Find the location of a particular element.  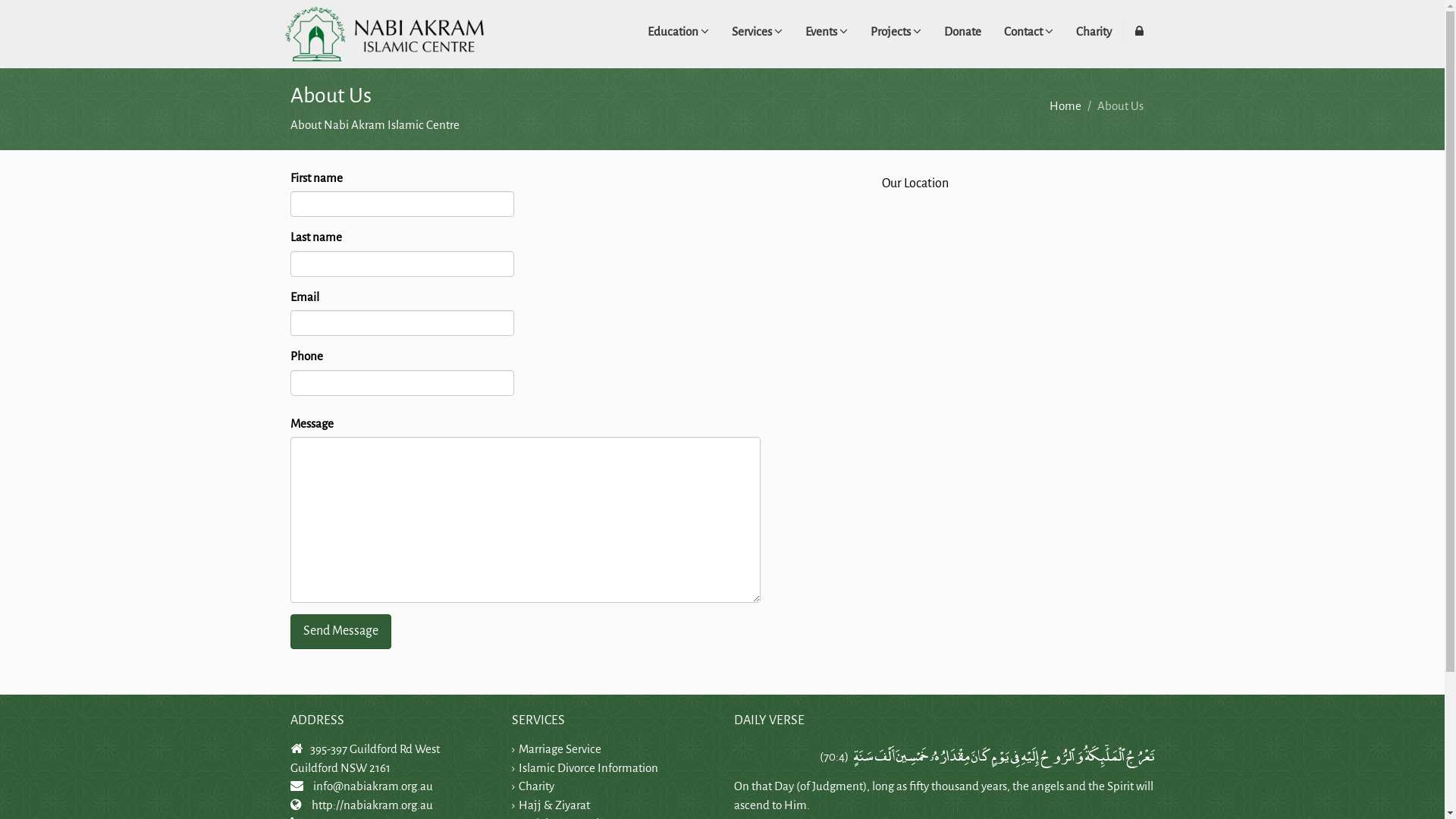

'Contact' is located at coordinates (1028, 32).